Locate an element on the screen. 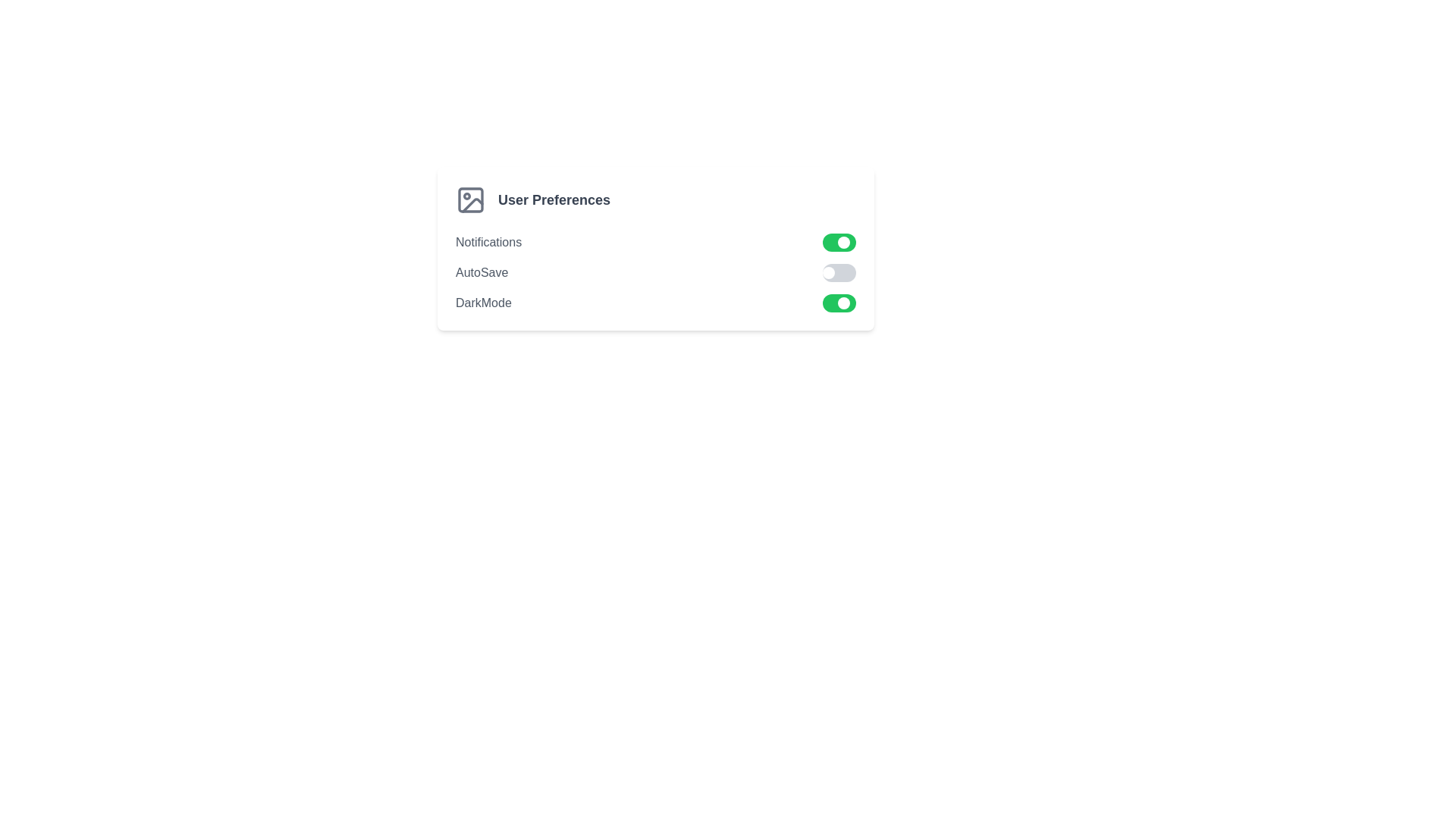 Image resolution: width=1456 pixels, height=819 pixels. the circular toggle knob for the 'Autosave' preference in the 'User Preferences' interface is located at coordinates (828, 271).